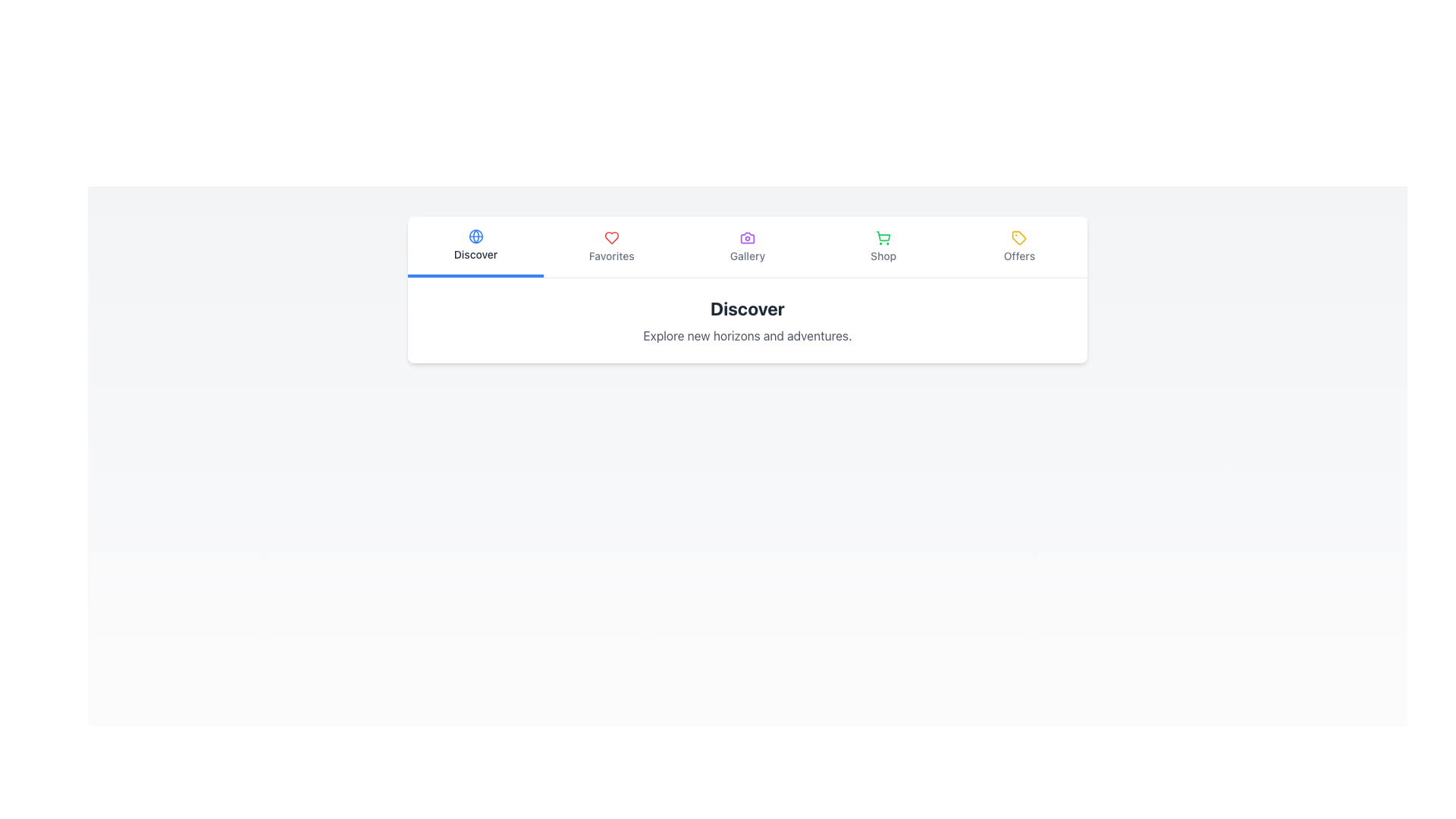 The width and height of the screenshot is (1456, 819). I want to click on the circular graphic element that is part of the globe icon located near the top-left area of the interface header, above the 'Discover' label, so click(475, 237).